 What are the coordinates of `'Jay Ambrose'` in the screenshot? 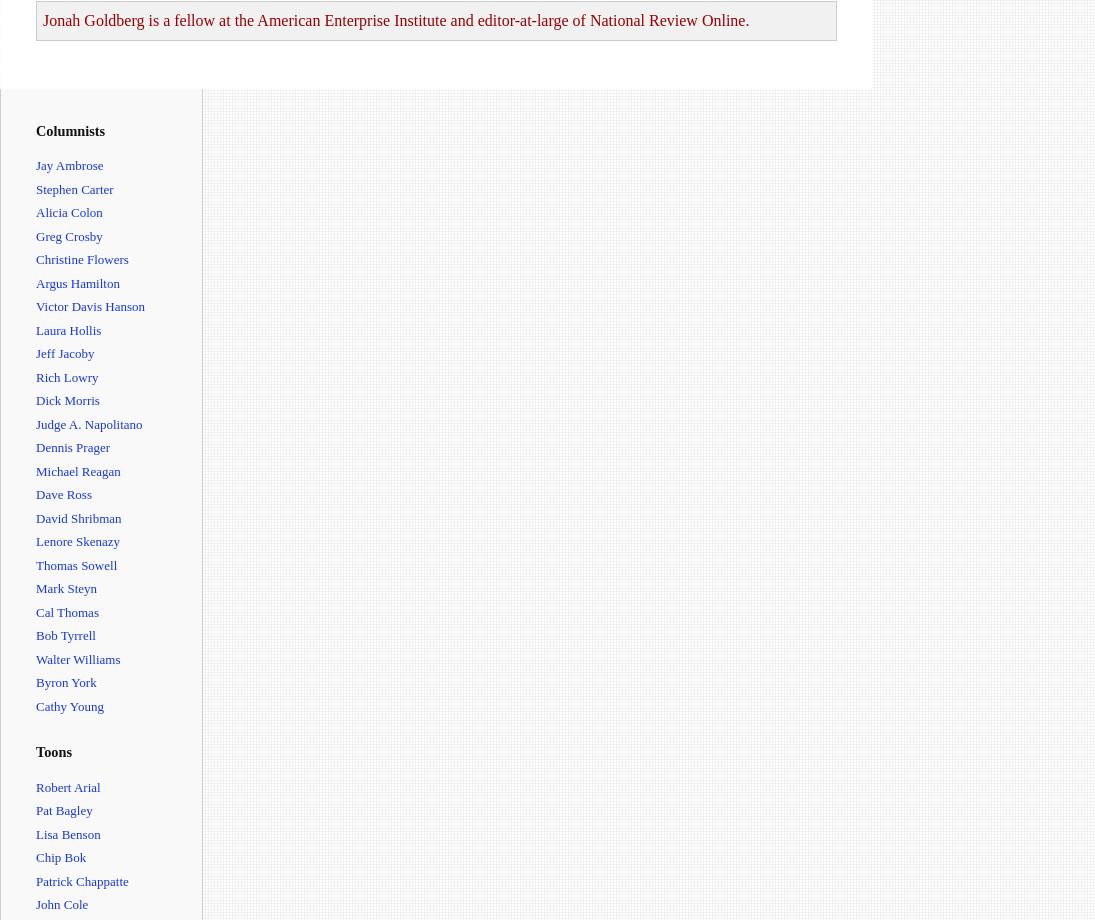 It's located at (68, 164).